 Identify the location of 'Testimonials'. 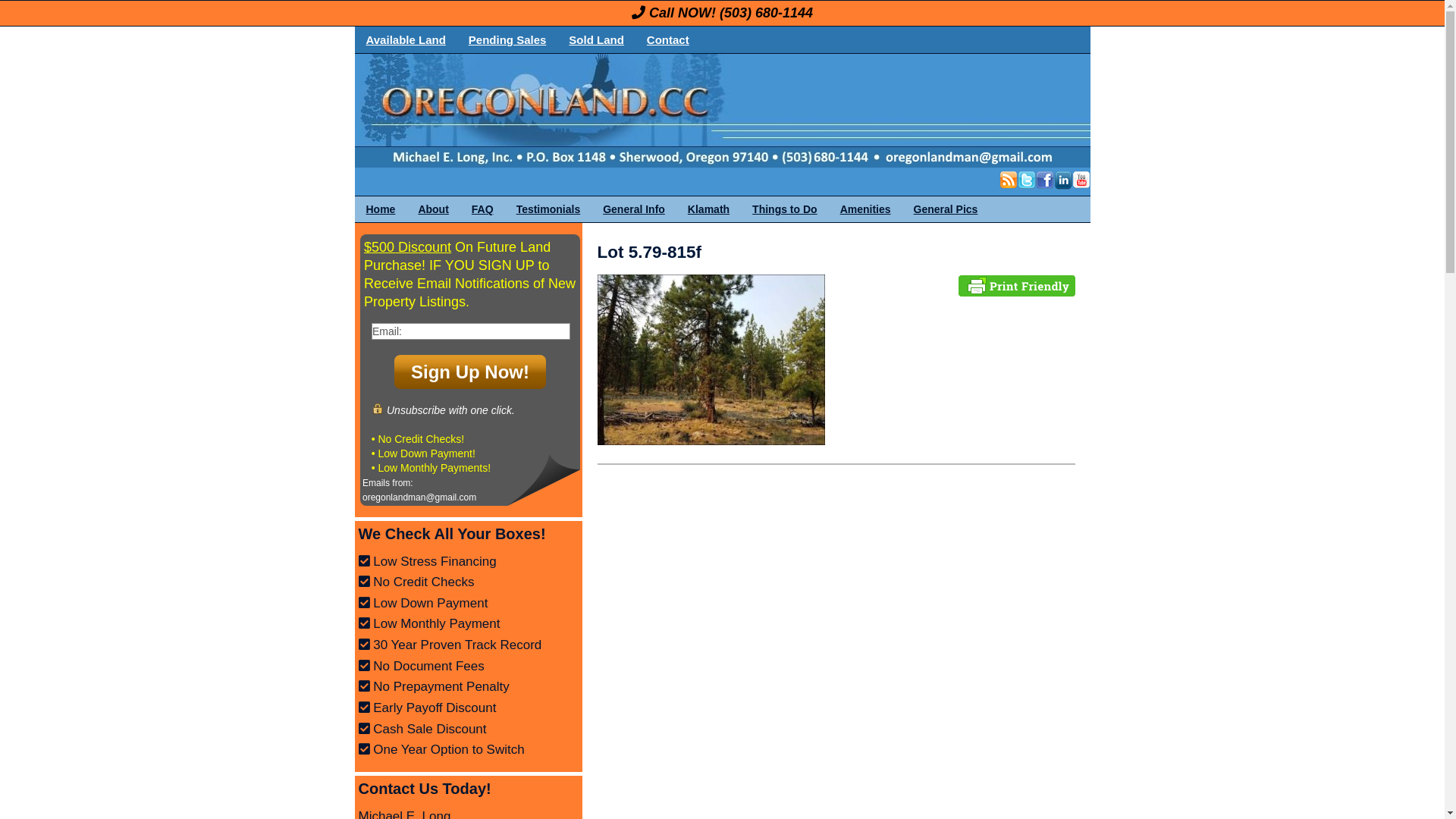
(548, 209).